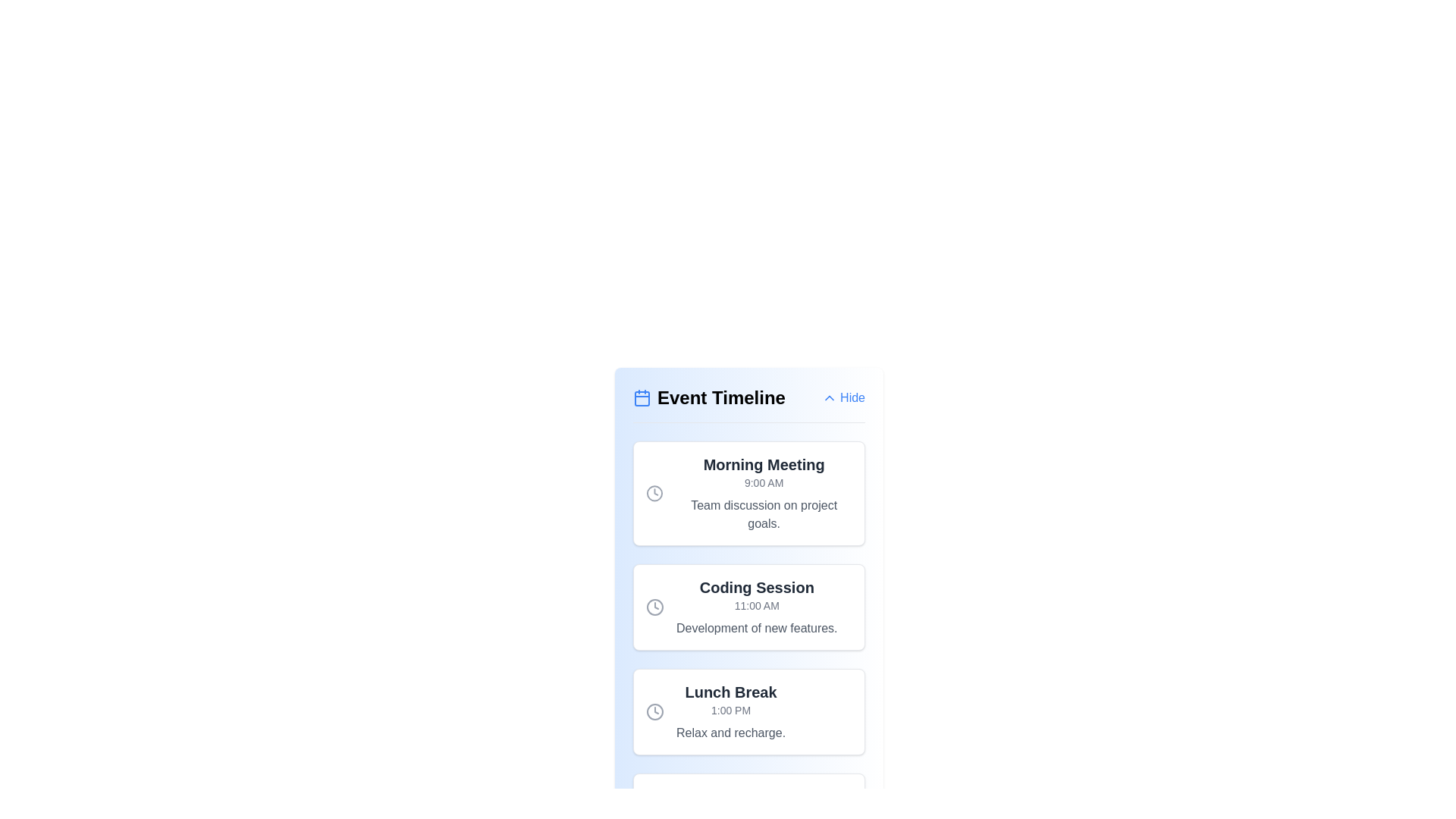 This screenshot has height=819, width=1456. I want to click on the Decorative SVG Rectangle that represents the main body of the calendar icon located at the top-left of the header labeled 'Event Timeline', so click(642, 397).